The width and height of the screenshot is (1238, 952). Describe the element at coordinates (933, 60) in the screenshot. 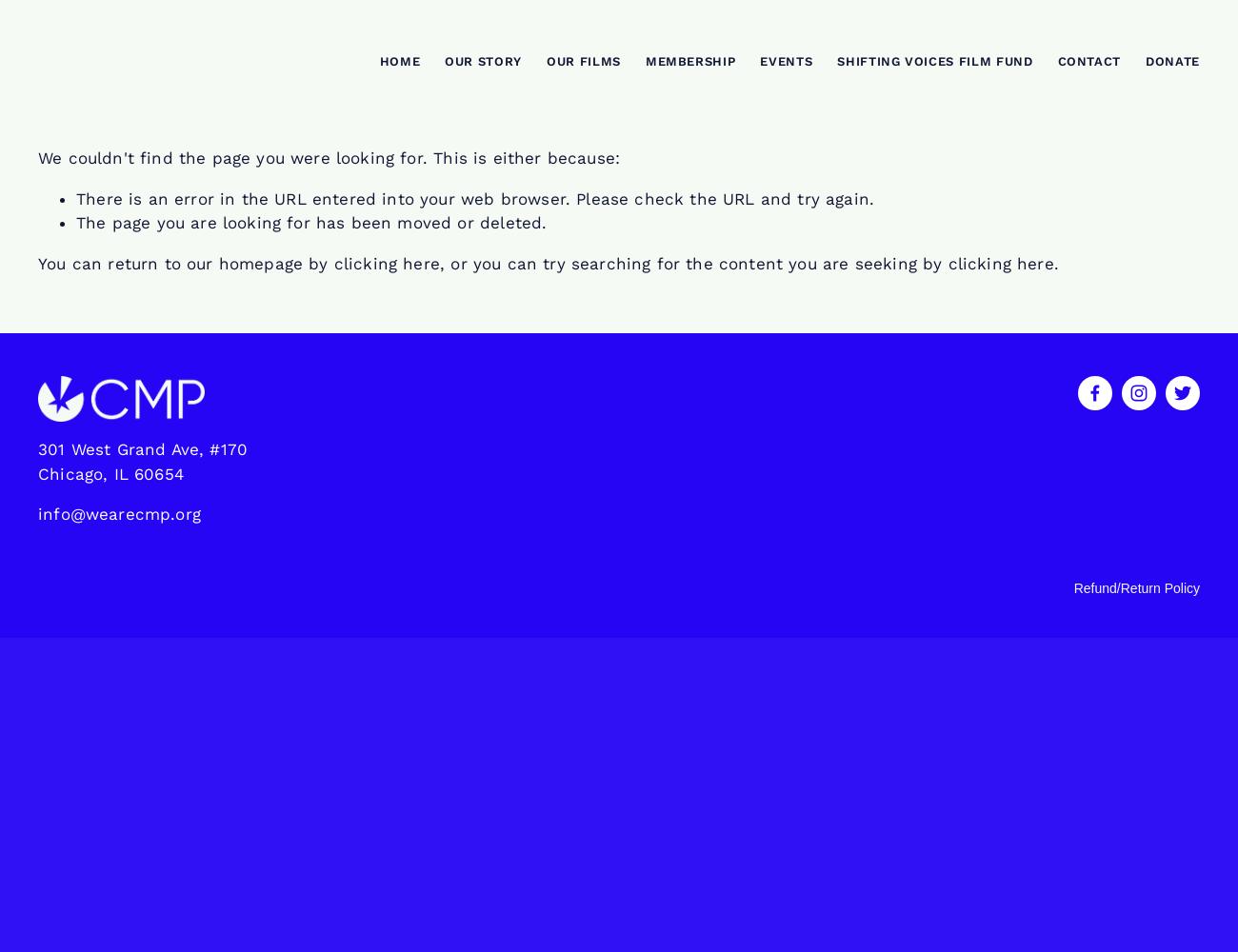

I see `'Shifting Voices Film Fund'` at that location.